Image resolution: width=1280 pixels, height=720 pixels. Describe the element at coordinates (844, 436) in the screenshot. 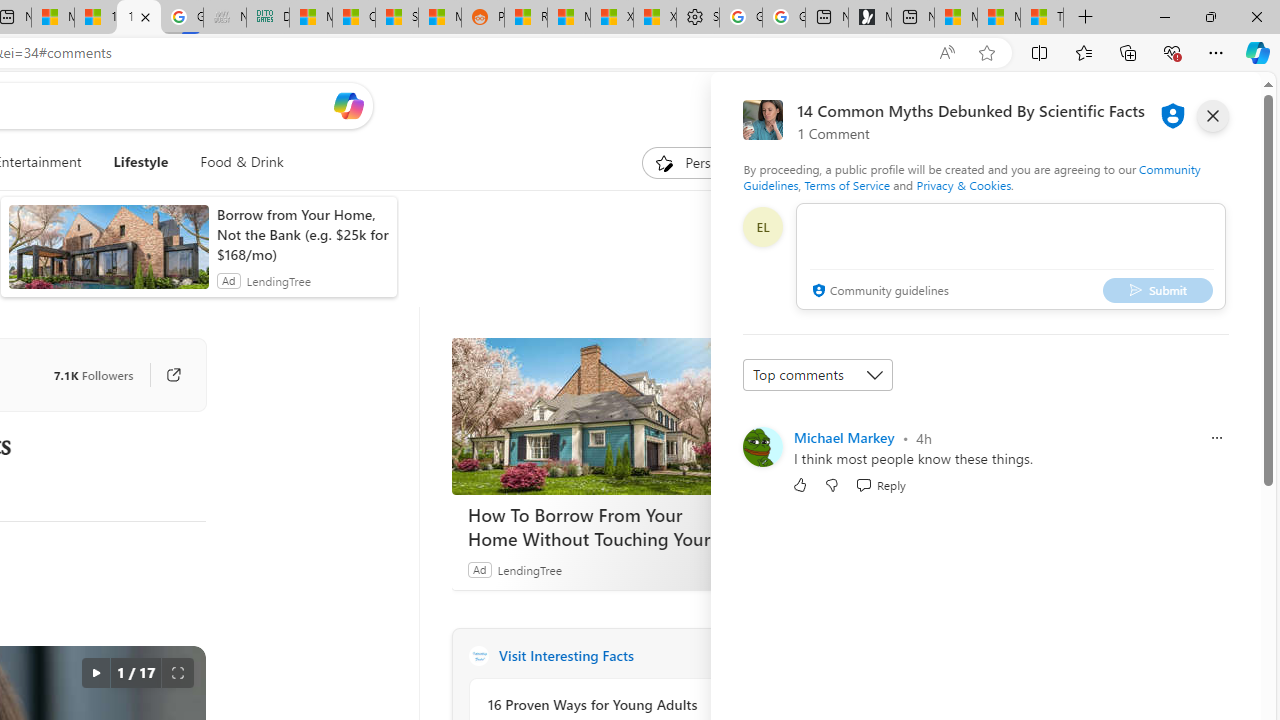

I see `'Michael Markey'` at that location.